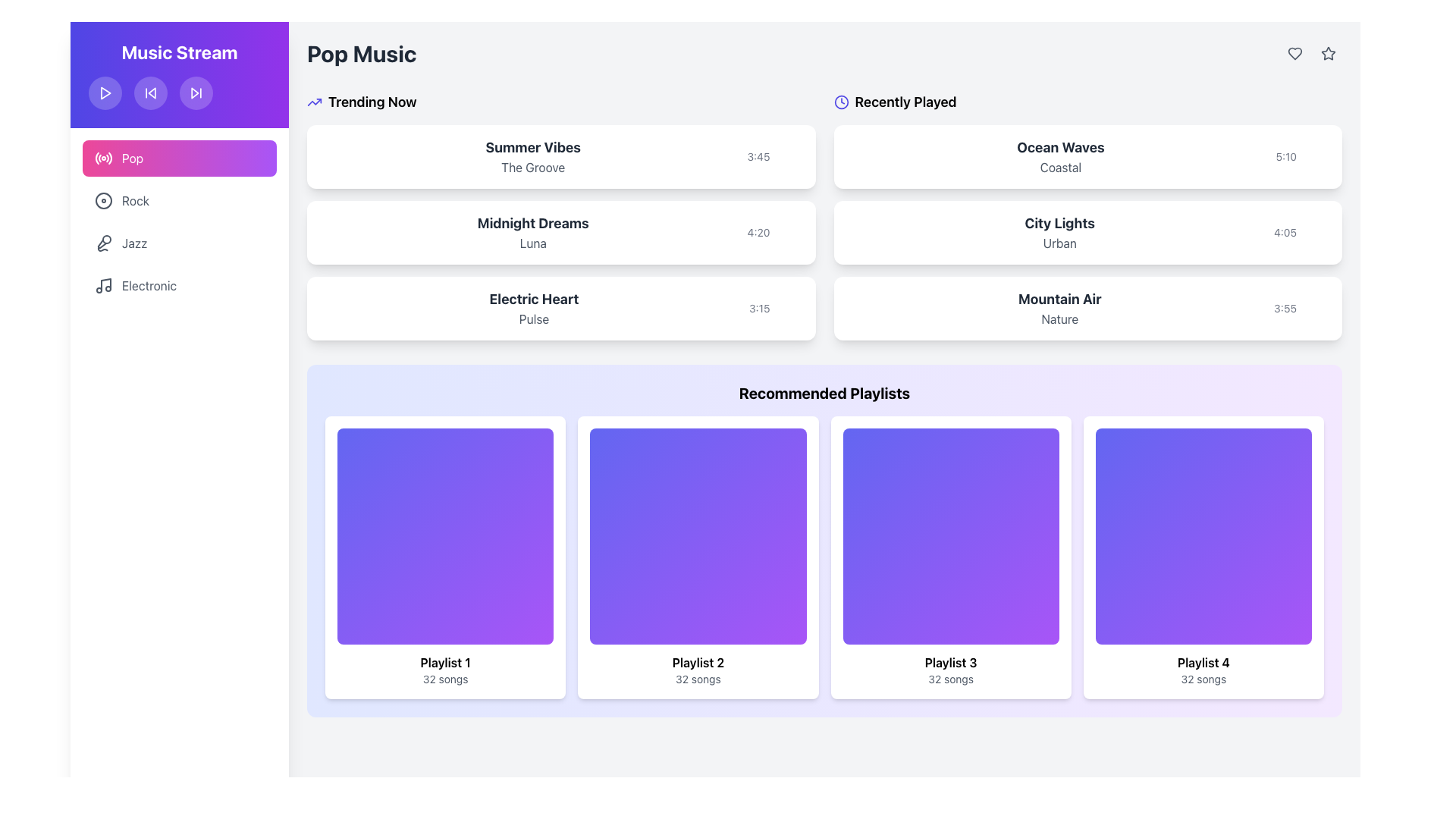 The image size is (1456, 819). I want to click on the play button located in the top-left section of the interface, which is the first circular button in the sidebar, so click(105, 93).